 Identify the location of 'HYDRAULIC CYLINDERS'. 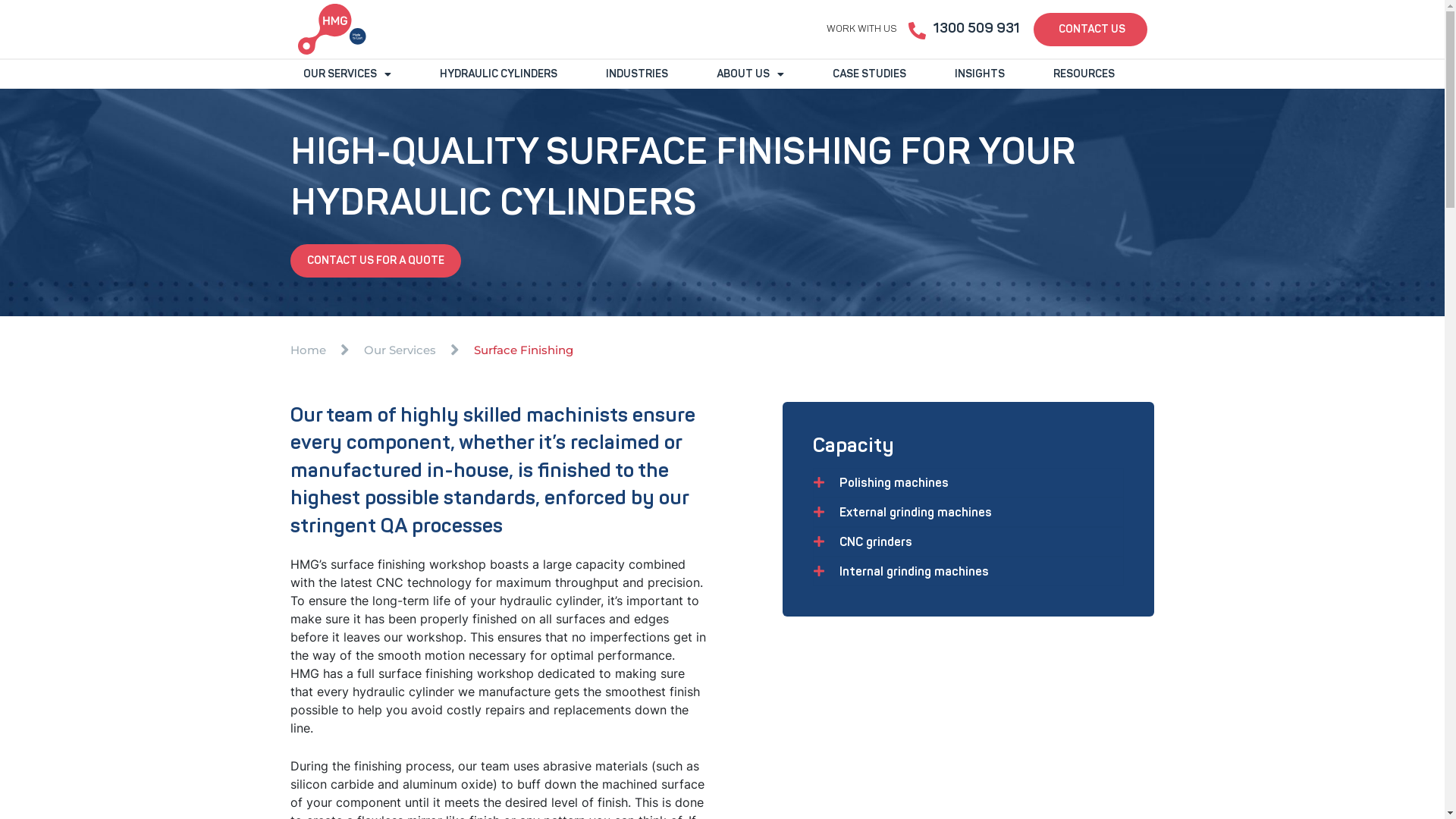
(497, 74).